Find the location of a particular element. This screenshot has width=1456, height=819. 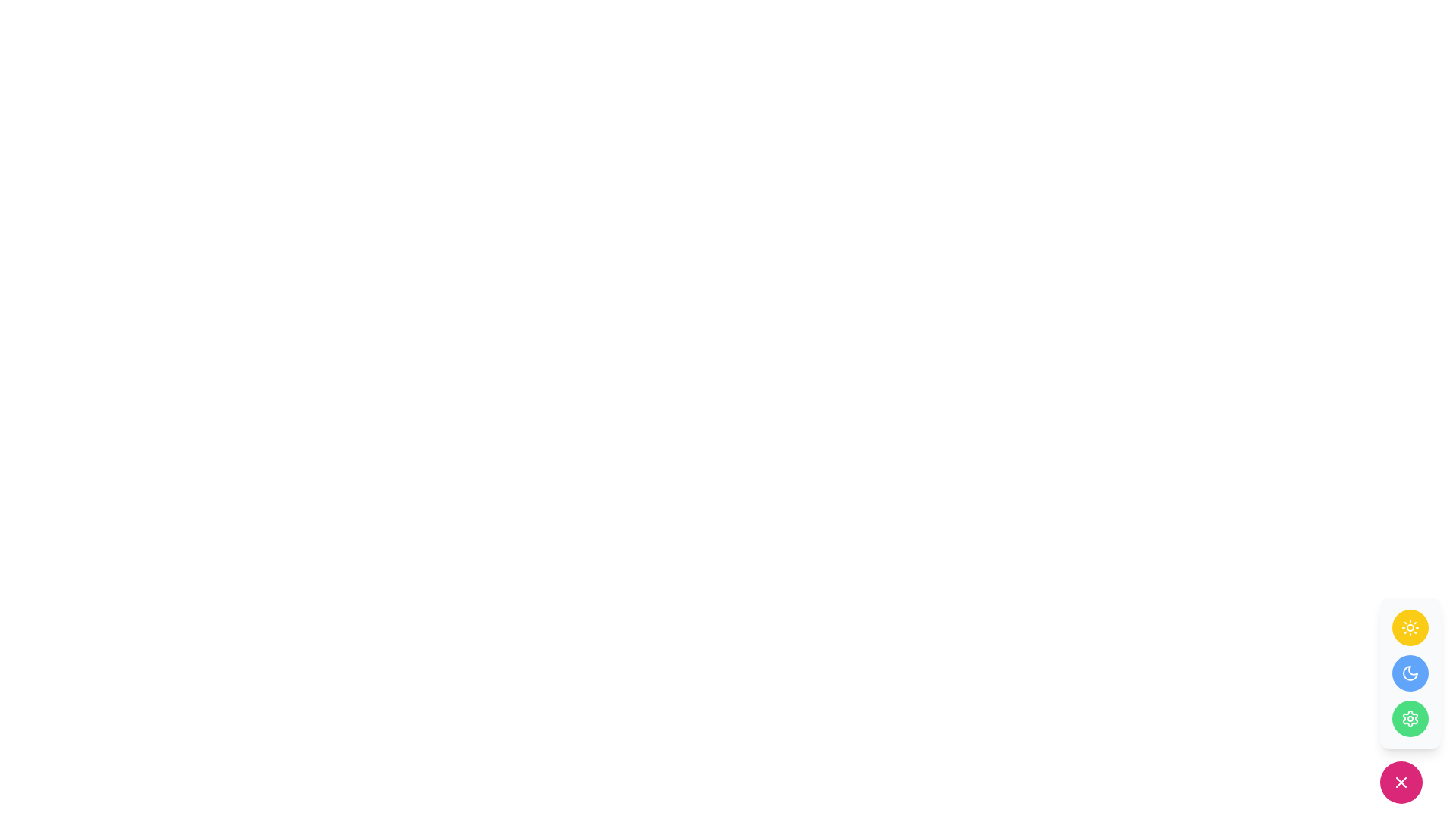

the round yellow button with a white sun icon is located at coordinates (1410, 628).